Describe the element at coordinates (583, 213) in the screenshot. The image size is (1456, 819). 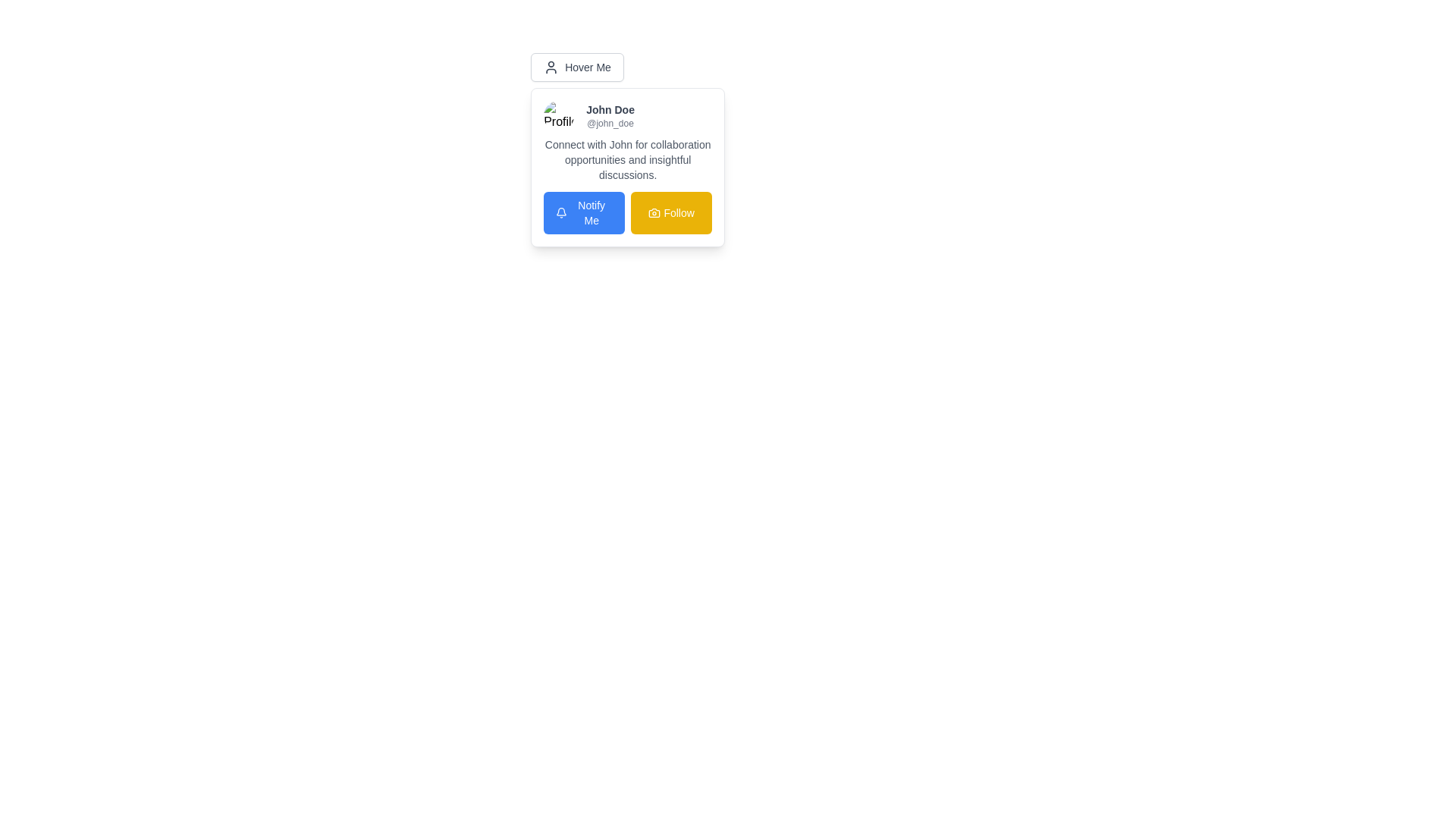
I see `the 'Notify Me' button with a bell icon` at that location.